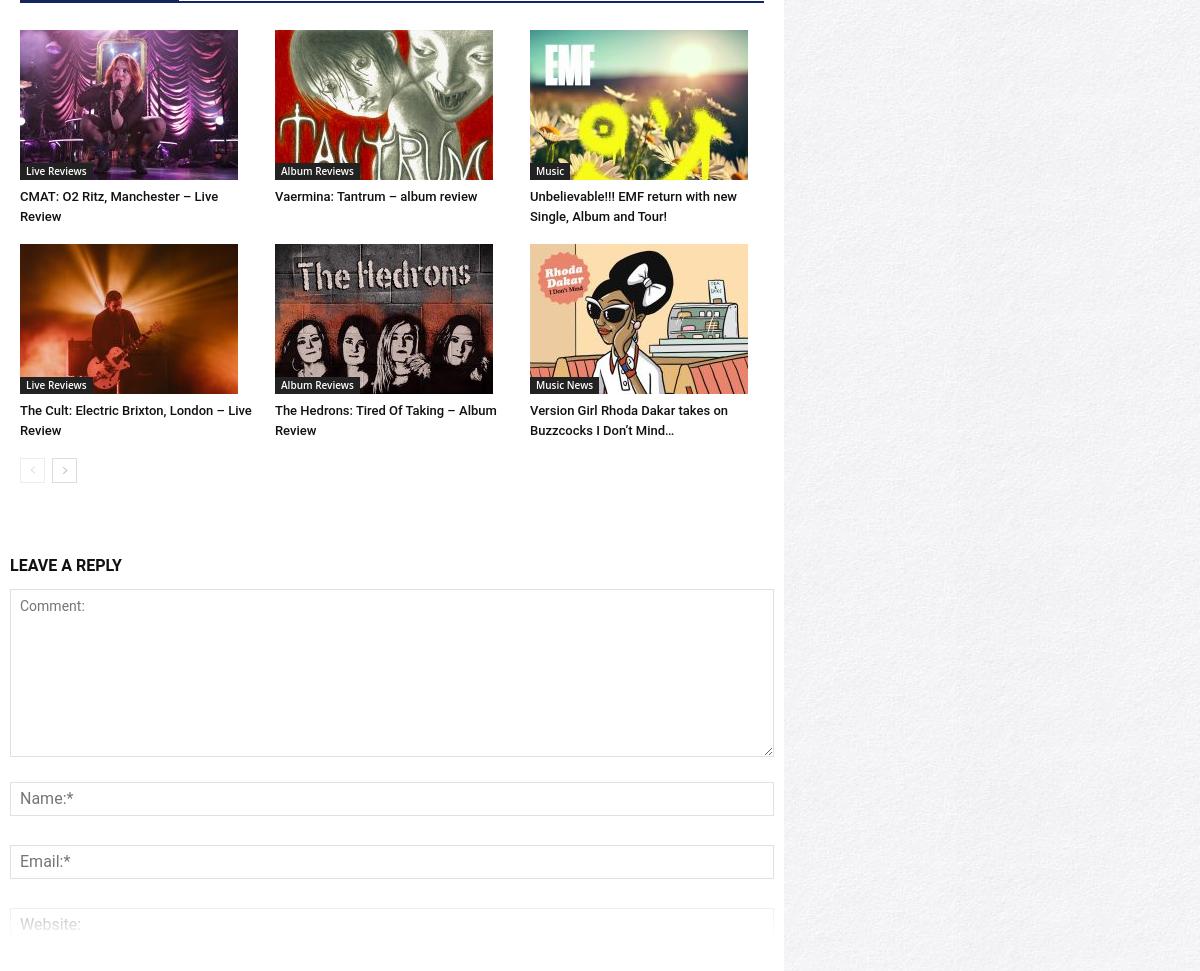  Describe the element at coordinates (65, 633) in the screenshot. I see `'LEAVE A REPLY'` at that location.